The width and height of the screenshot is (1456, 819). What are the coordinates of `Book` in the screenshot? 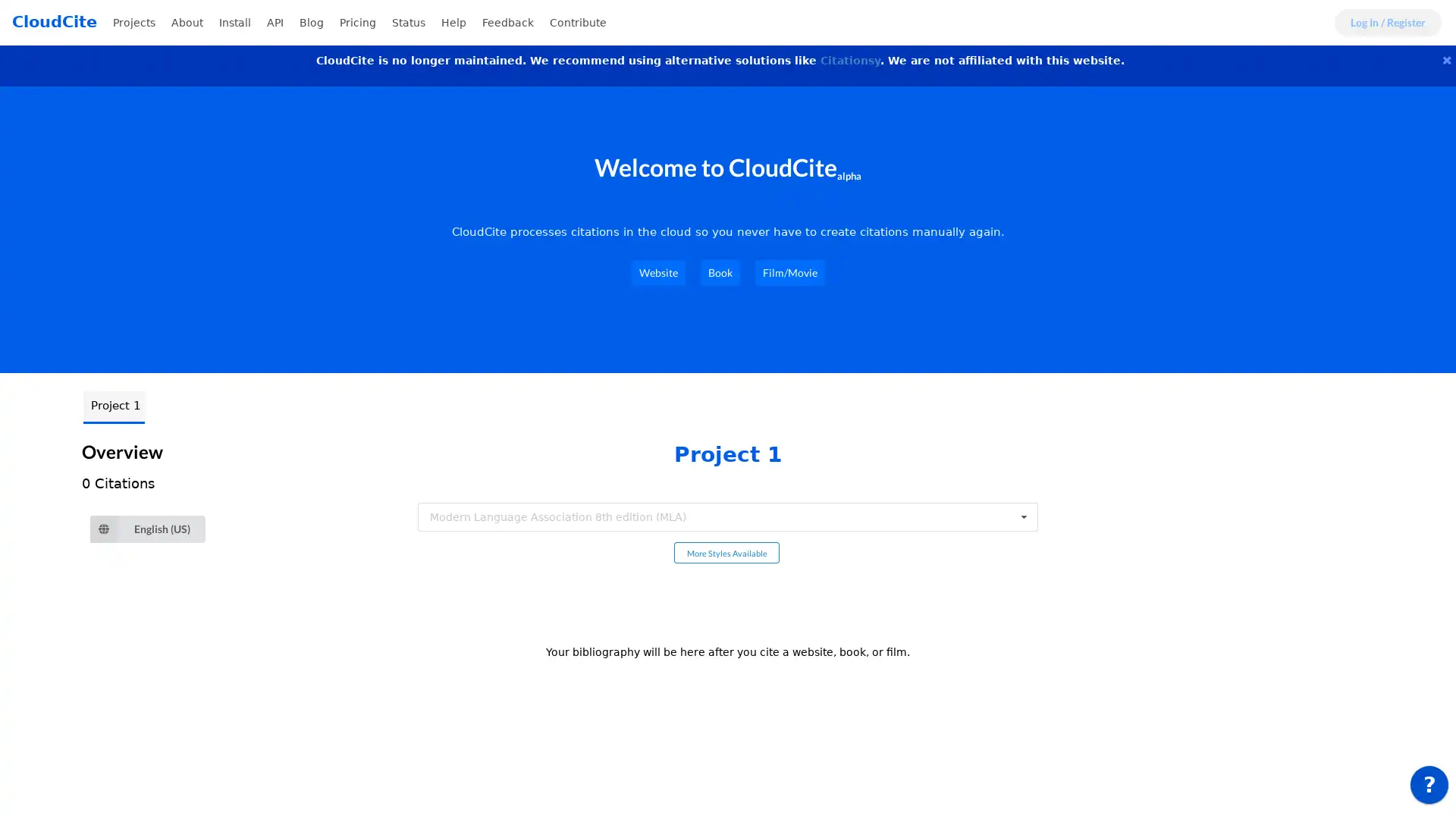 It's located at (719, 271).